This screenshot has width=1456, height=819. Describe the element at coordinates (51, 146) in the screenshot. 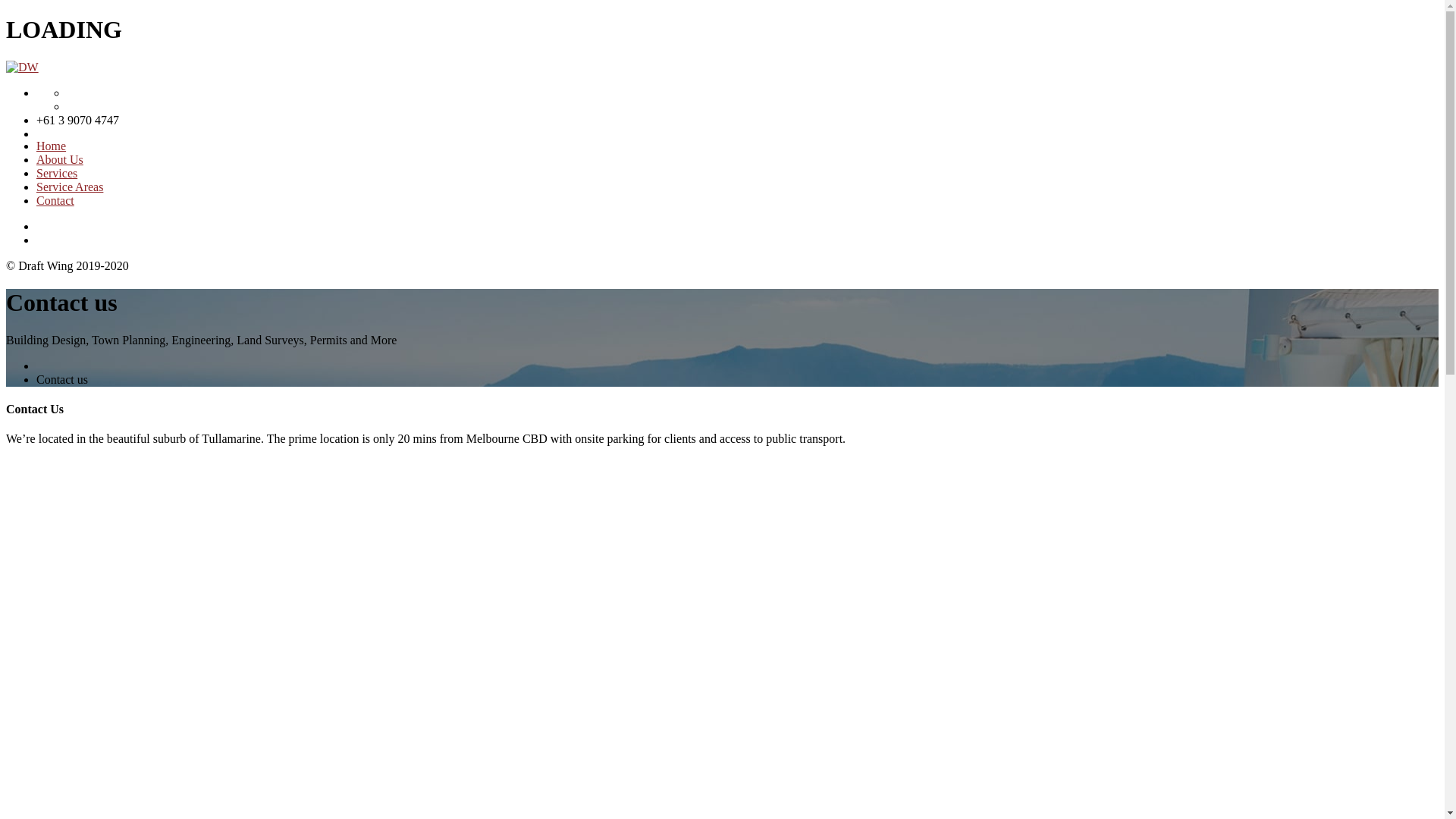

I see `'Home'` at that location.